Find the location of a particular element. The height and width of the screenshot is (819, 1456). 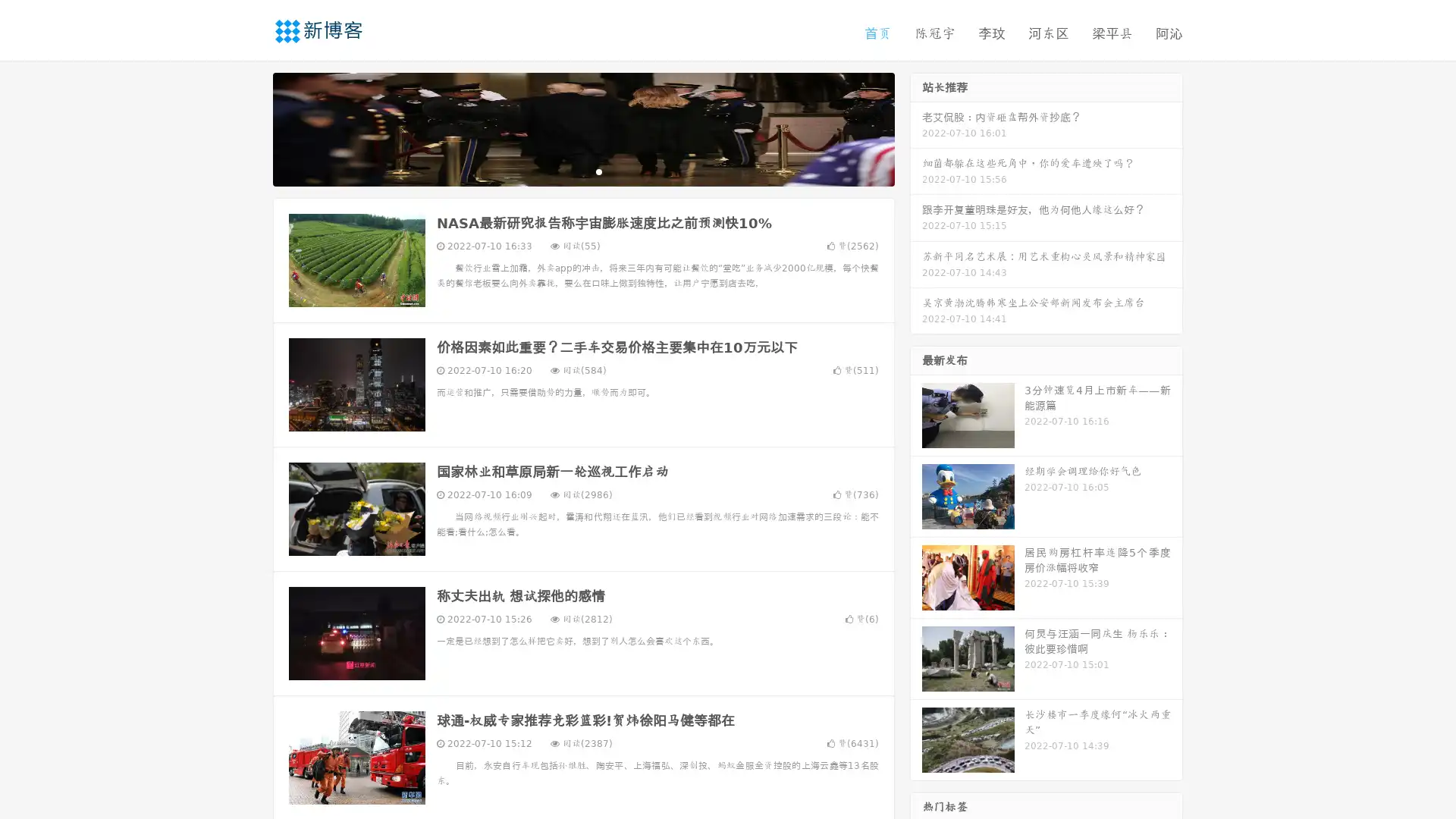

Go to slide 3 is located at coordinates (598, 171).